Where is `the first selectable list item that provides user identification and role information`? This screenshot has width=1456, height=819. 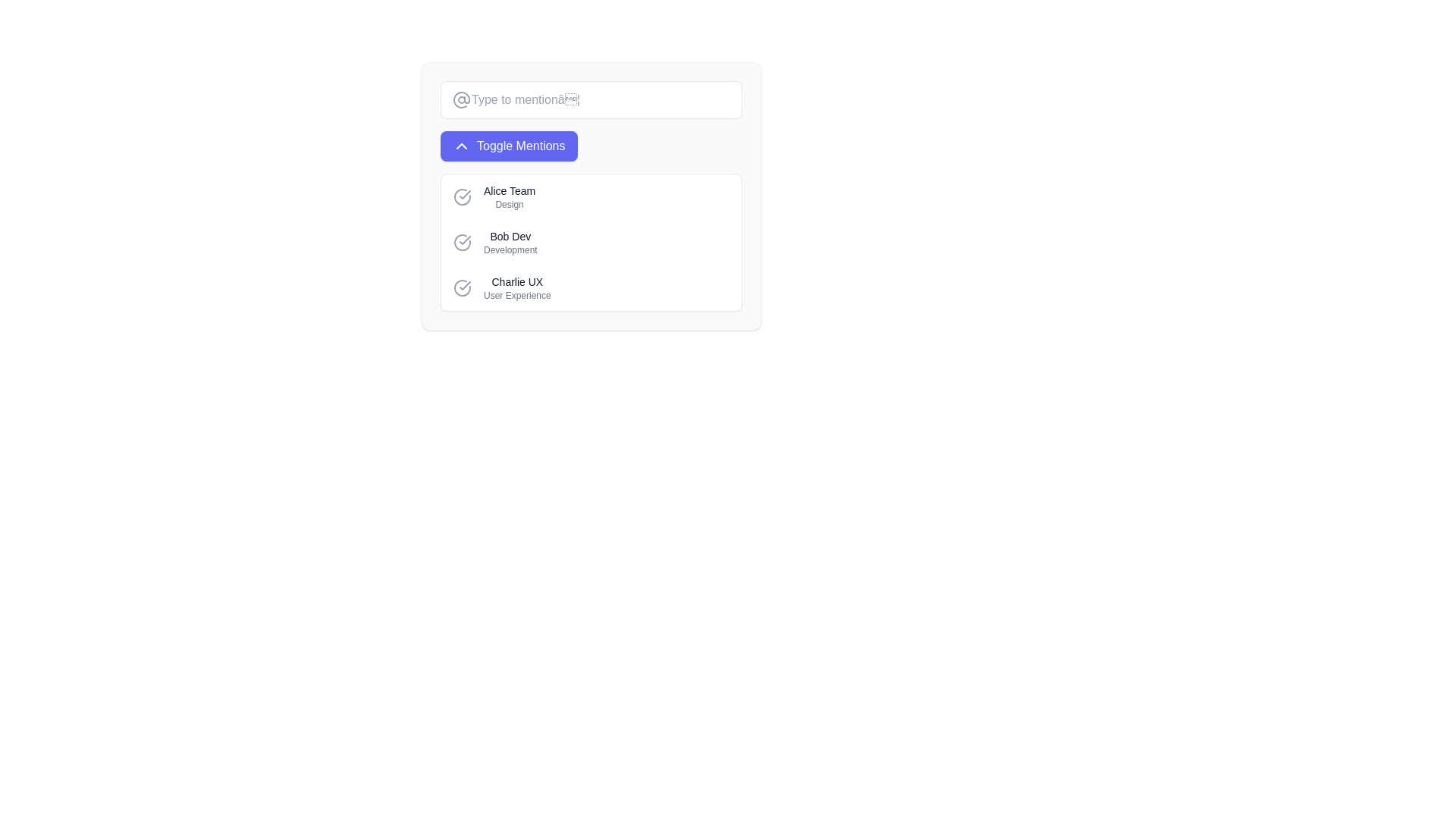 the first selectable list item that provides user identification and role information is located at coordinates (510, 196).